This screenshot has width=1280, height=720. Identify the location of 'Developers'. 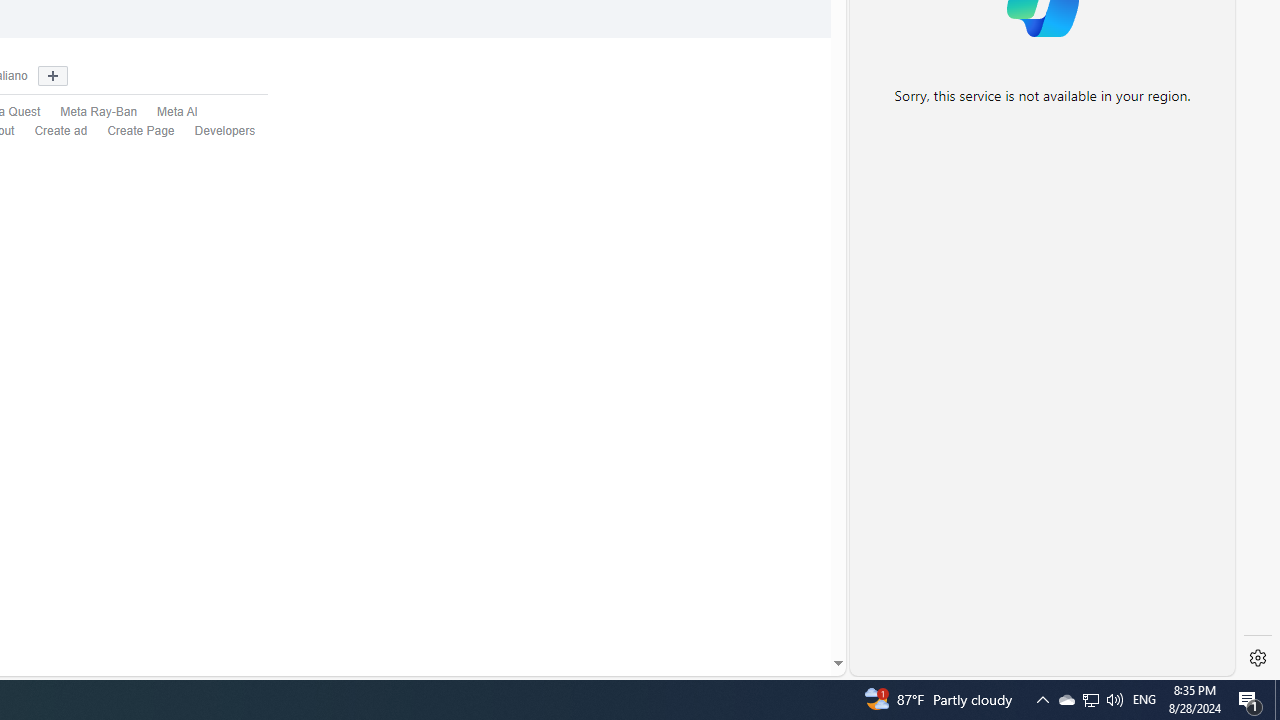
(215, 131).